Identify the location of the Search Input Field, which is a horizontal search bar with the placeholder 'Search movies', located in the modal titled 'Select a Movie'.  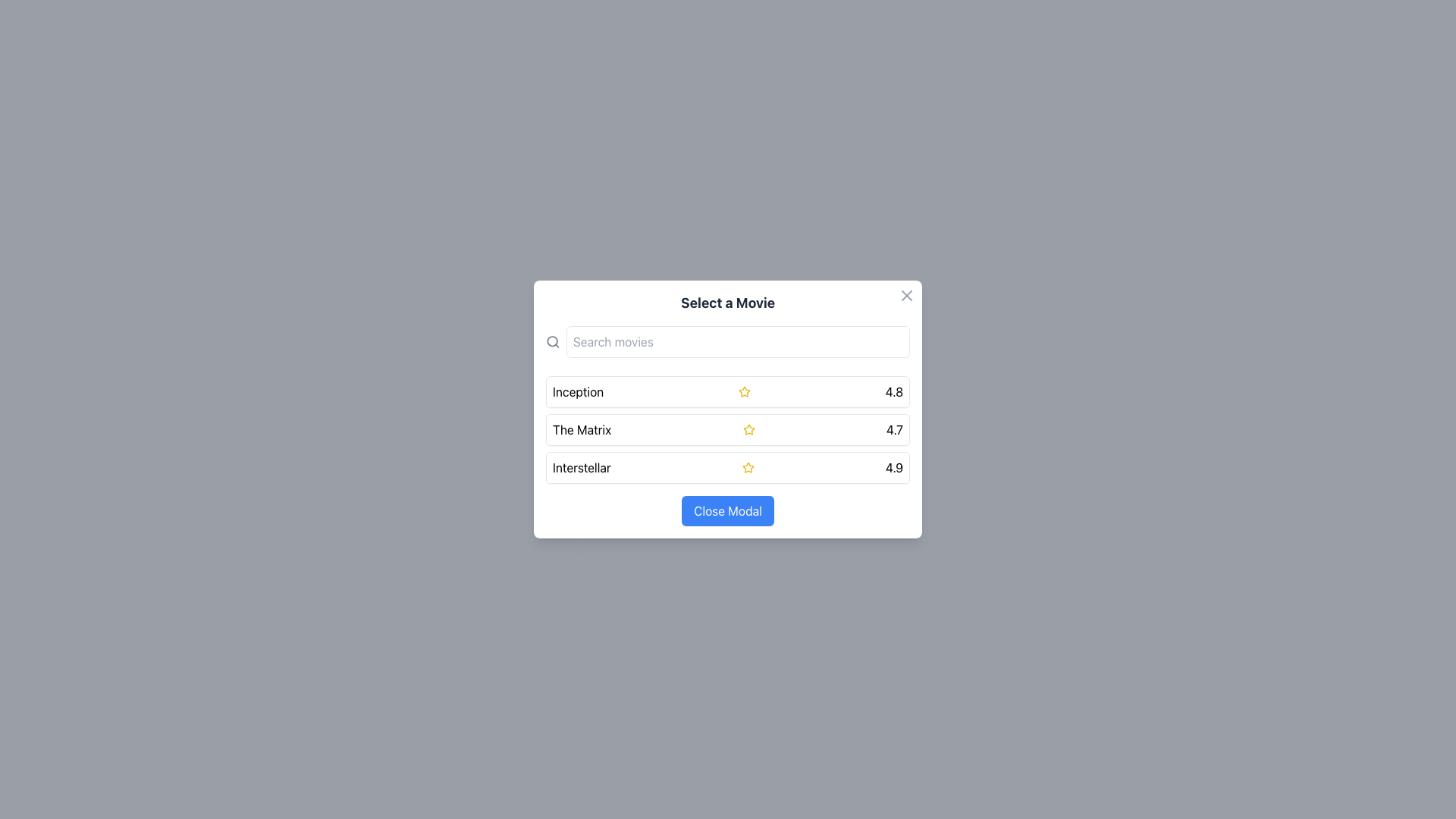
(728, 342).